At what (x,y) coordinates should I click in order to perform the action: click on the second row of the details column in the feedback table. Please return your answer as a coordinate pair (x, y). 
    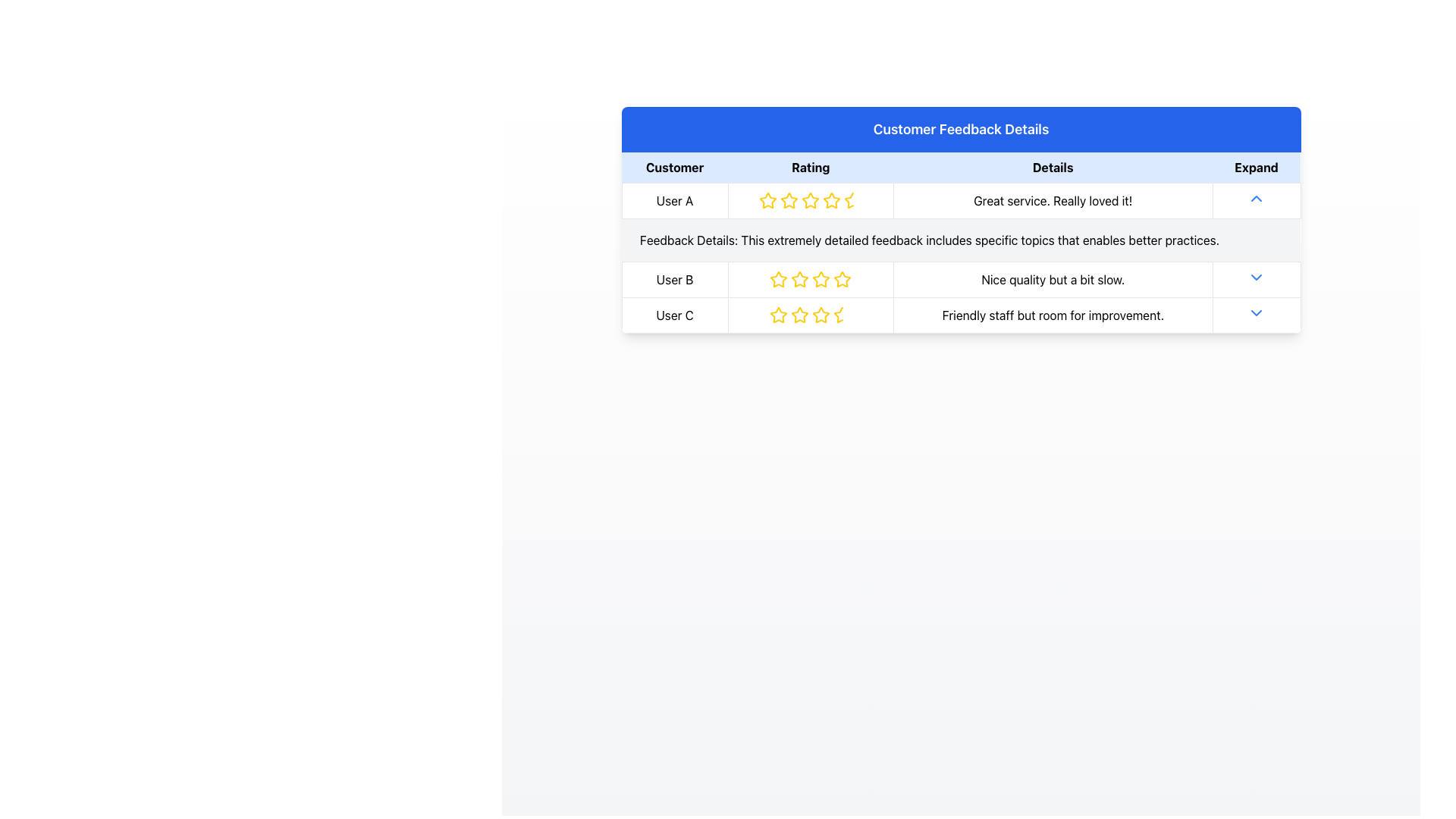
    Looking at the image, I should click on (960, 257).